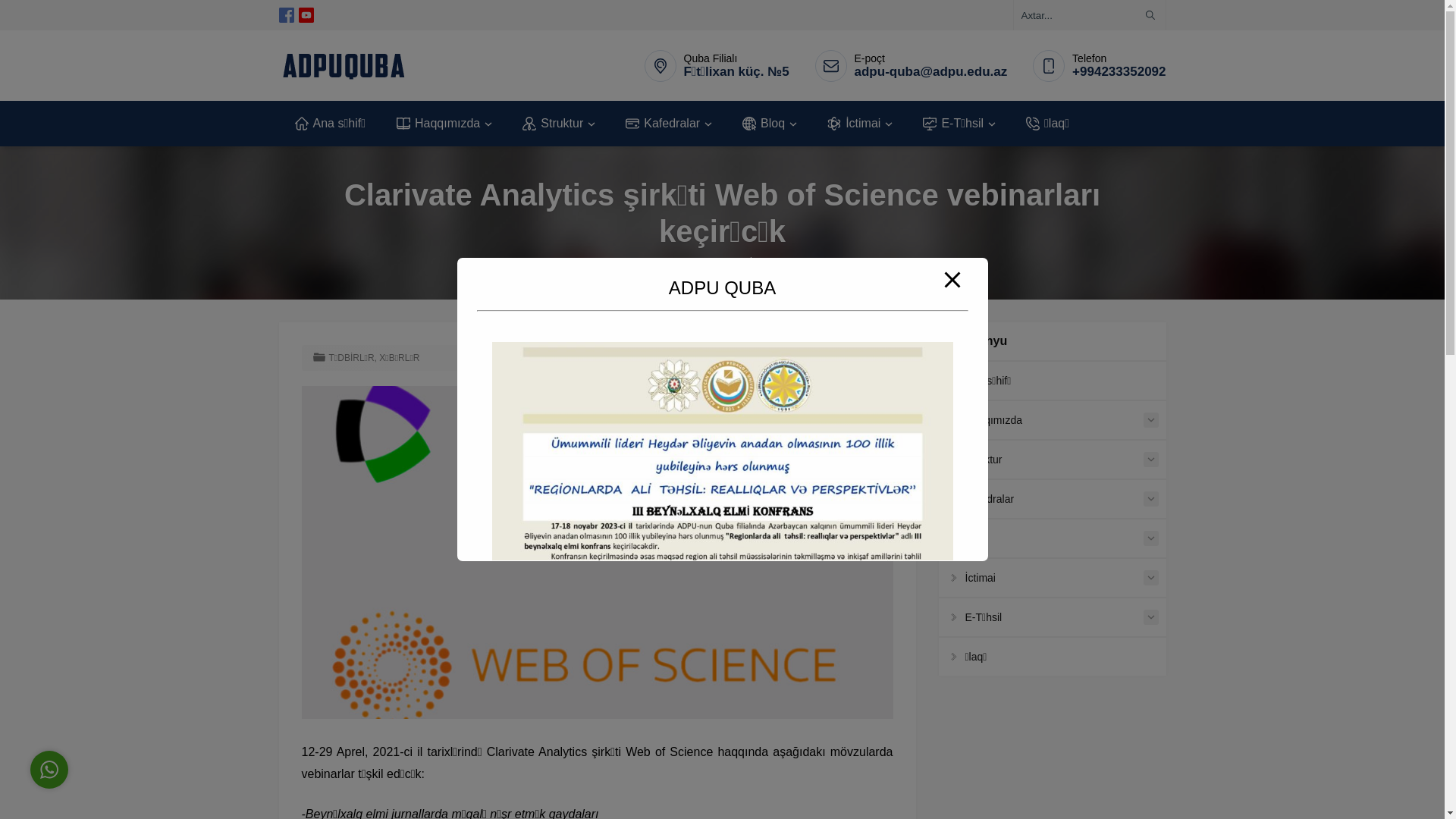  What do you see at coordinates (930, 71) in the screenshot?
I see `'adpu-quba@adpu.edu.az'` at bounding box center [930, 71].